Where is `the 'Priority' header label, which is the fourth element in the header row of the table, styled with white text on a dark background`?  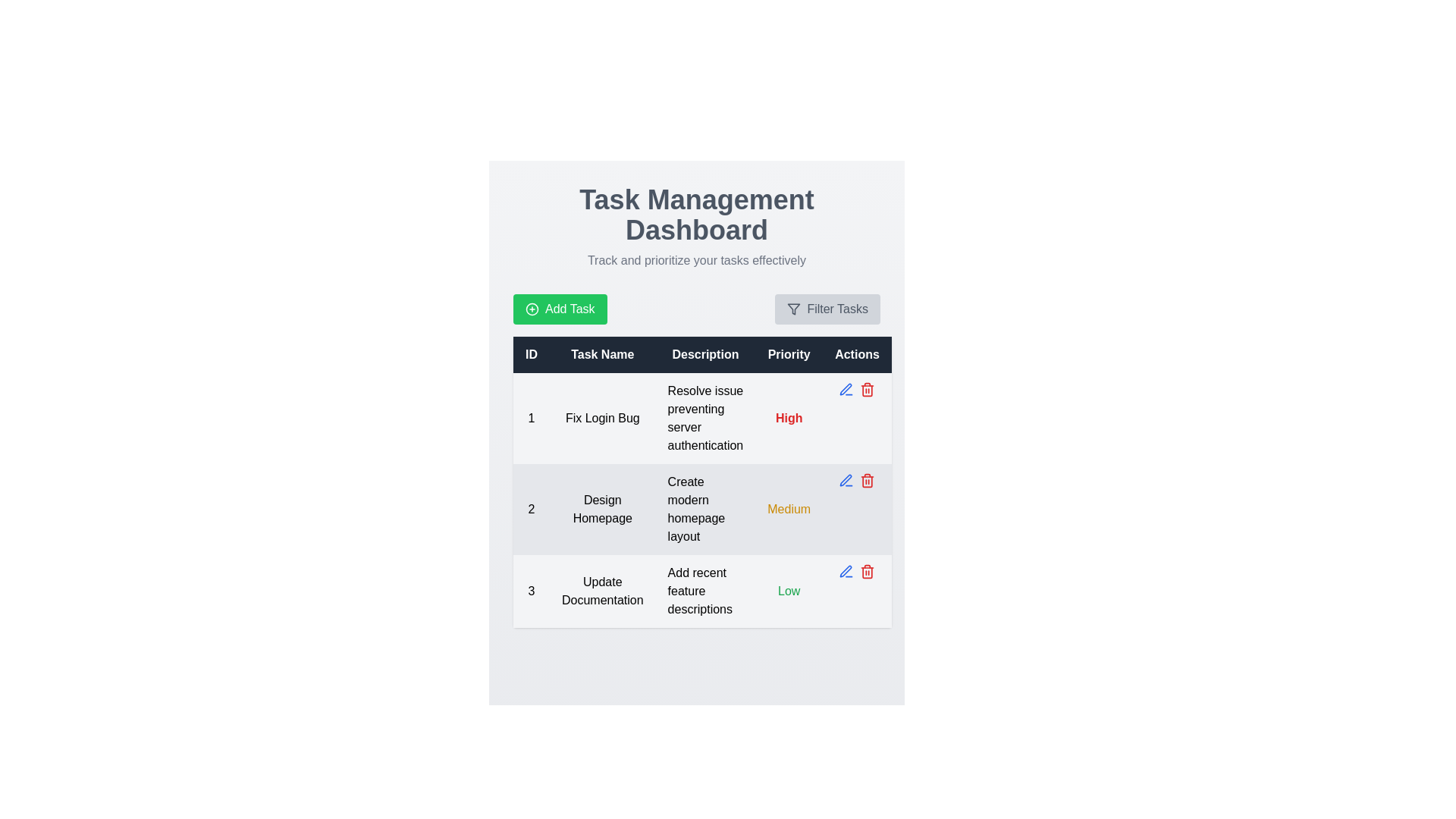
the 'Priority' header label, which is the fourth element in the header row of the table, styled with white text on a dark background is located at coordinates (789, 354).